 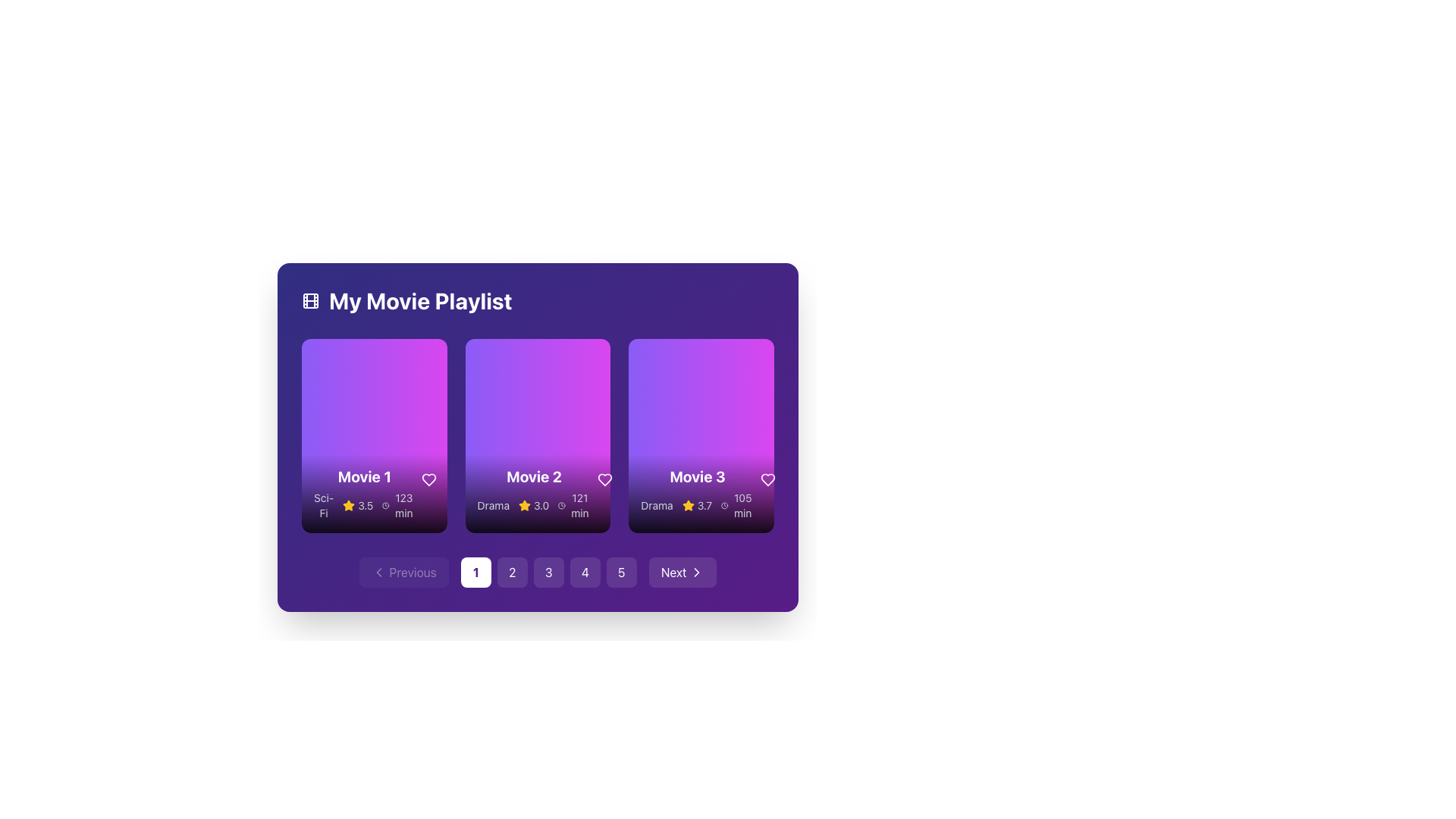 I want to click on the informational label displaying the genre 'Sci-Fi', rating '3.5', and duration '123 min' under the 'Movie 1' title in the first movie card, so click(x=364, y=506).